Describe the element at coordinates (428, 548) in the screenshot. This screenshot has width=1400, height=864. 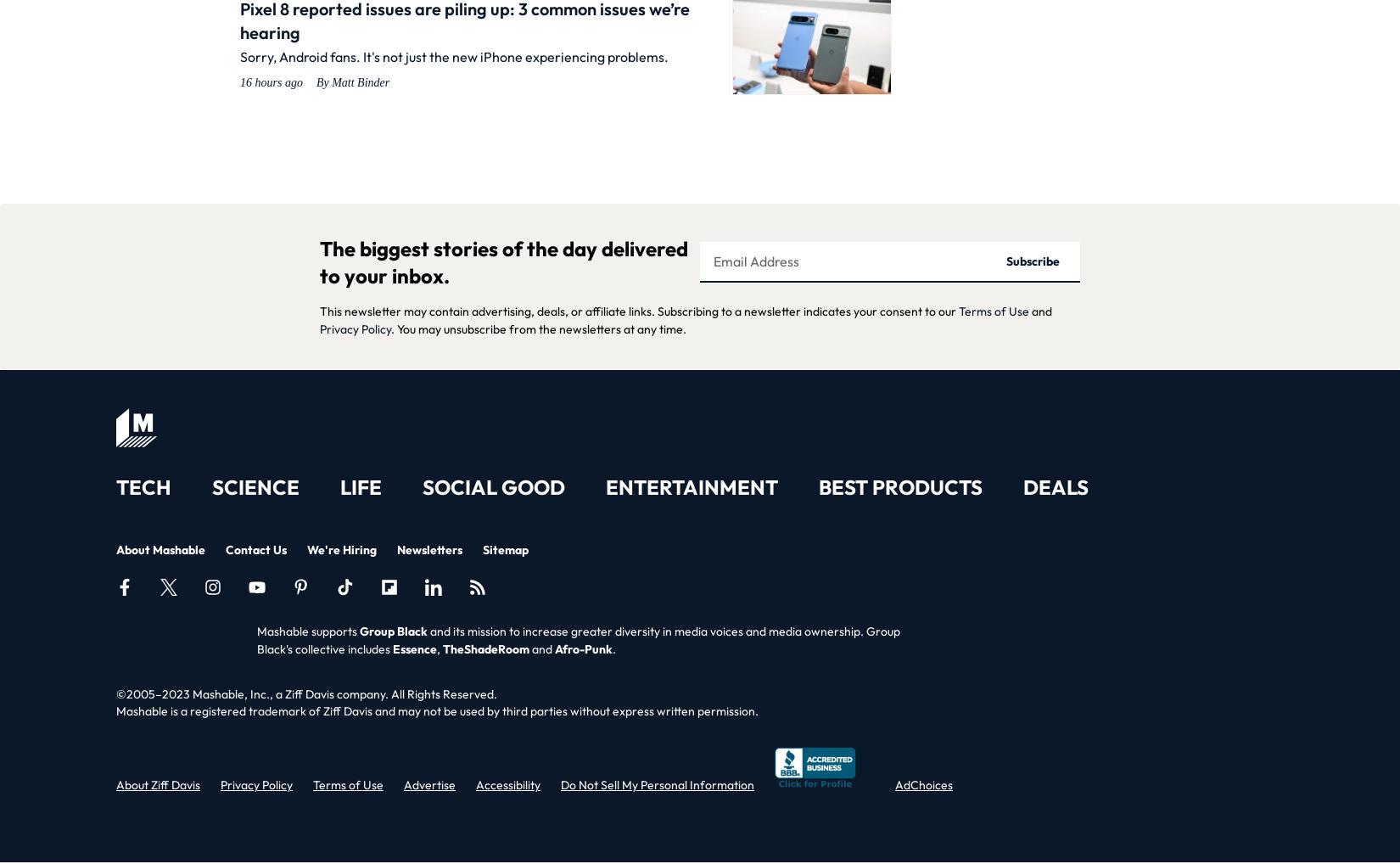
I see `'Newsletters'` at that location.